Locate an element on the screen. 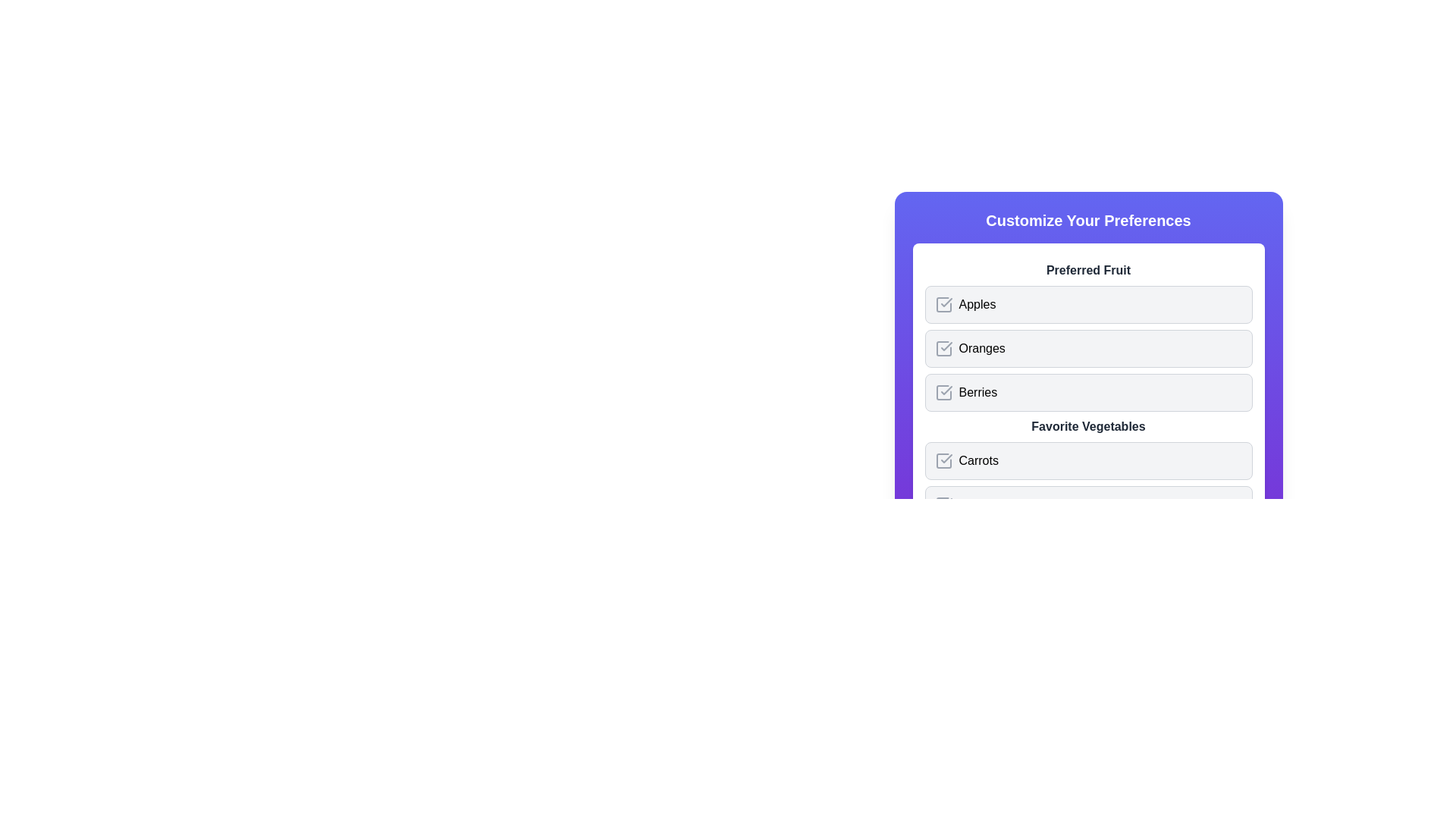  the text label that describes the checkbox for selecting the 'Oranges' preference, which is centrally aligned and located to the right of the corresponding checkbox is located at coordinates (982, 348).